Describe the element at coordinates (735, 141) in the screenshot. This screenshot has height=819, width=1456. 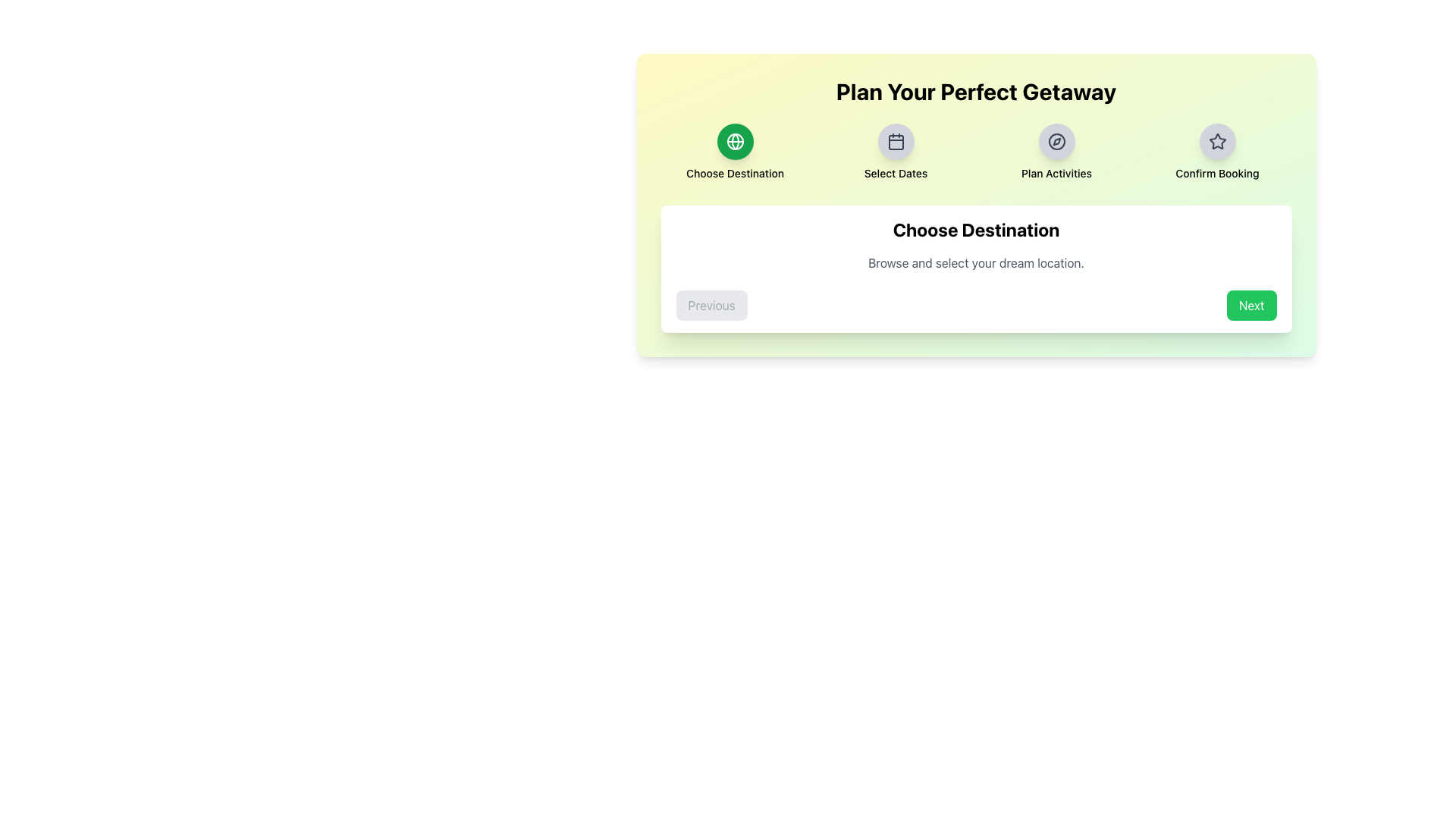
I see `the 'Choose Destination' button with an icon, which is the leftmost icon in a row of four at the top of the interface, aligned with the text below it` at that location.